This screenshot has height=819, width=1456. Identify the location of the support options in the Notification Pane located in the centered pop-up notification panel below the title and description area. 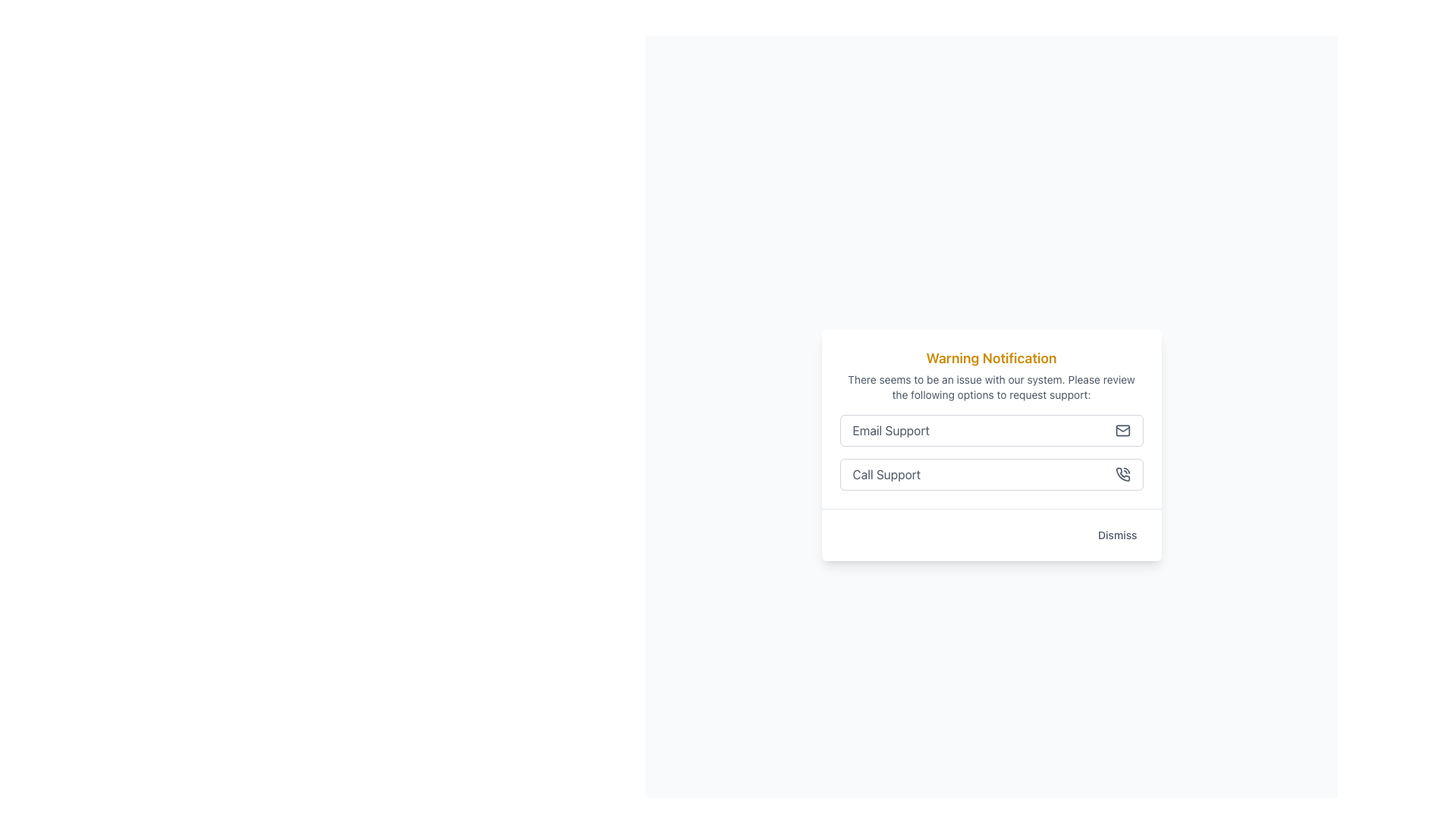
(991, 419).